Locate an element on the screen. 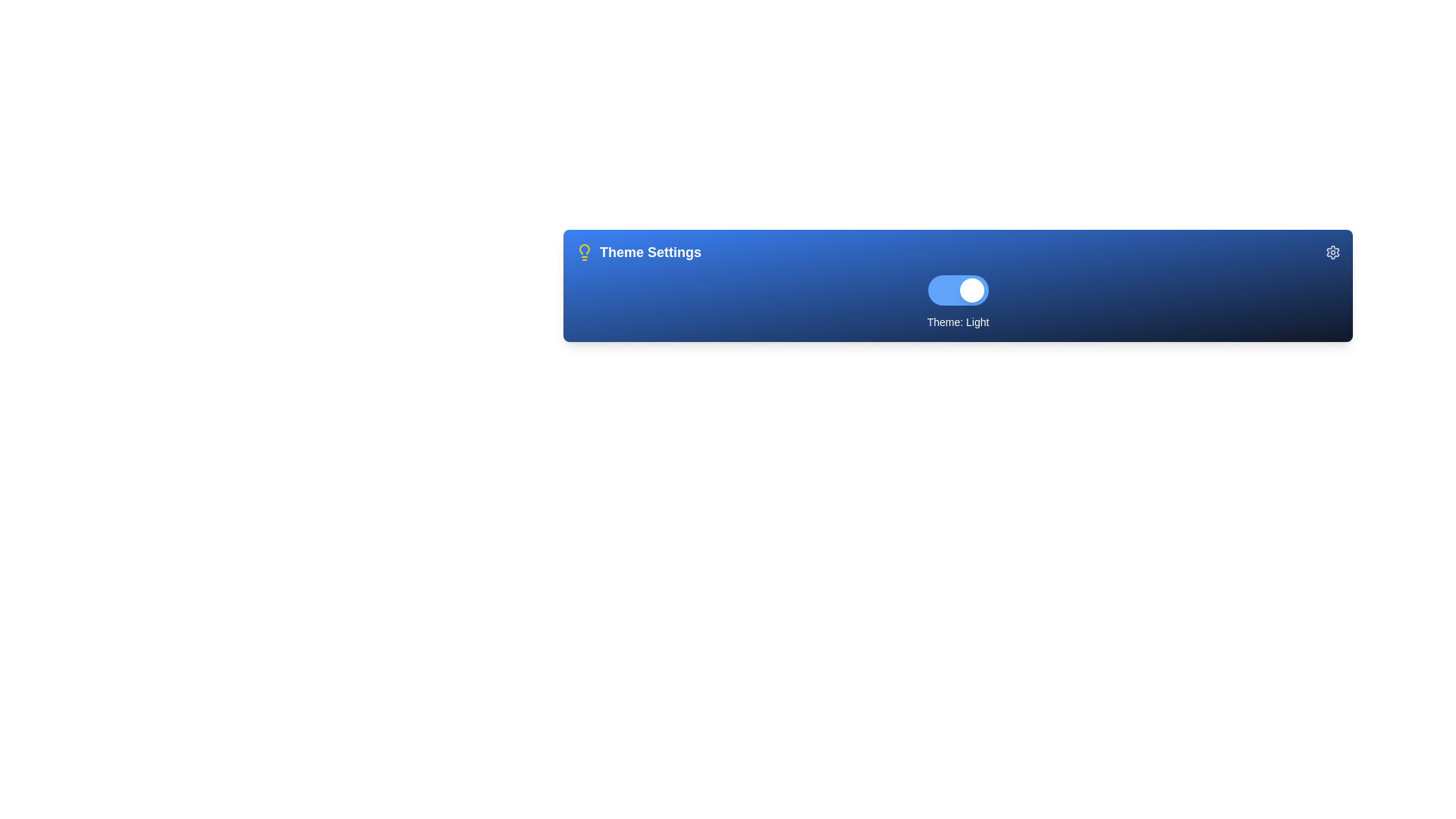  the gear-shaped settings icon located in the top-right corner of the blue bar is located at coordinates (1332, 251).